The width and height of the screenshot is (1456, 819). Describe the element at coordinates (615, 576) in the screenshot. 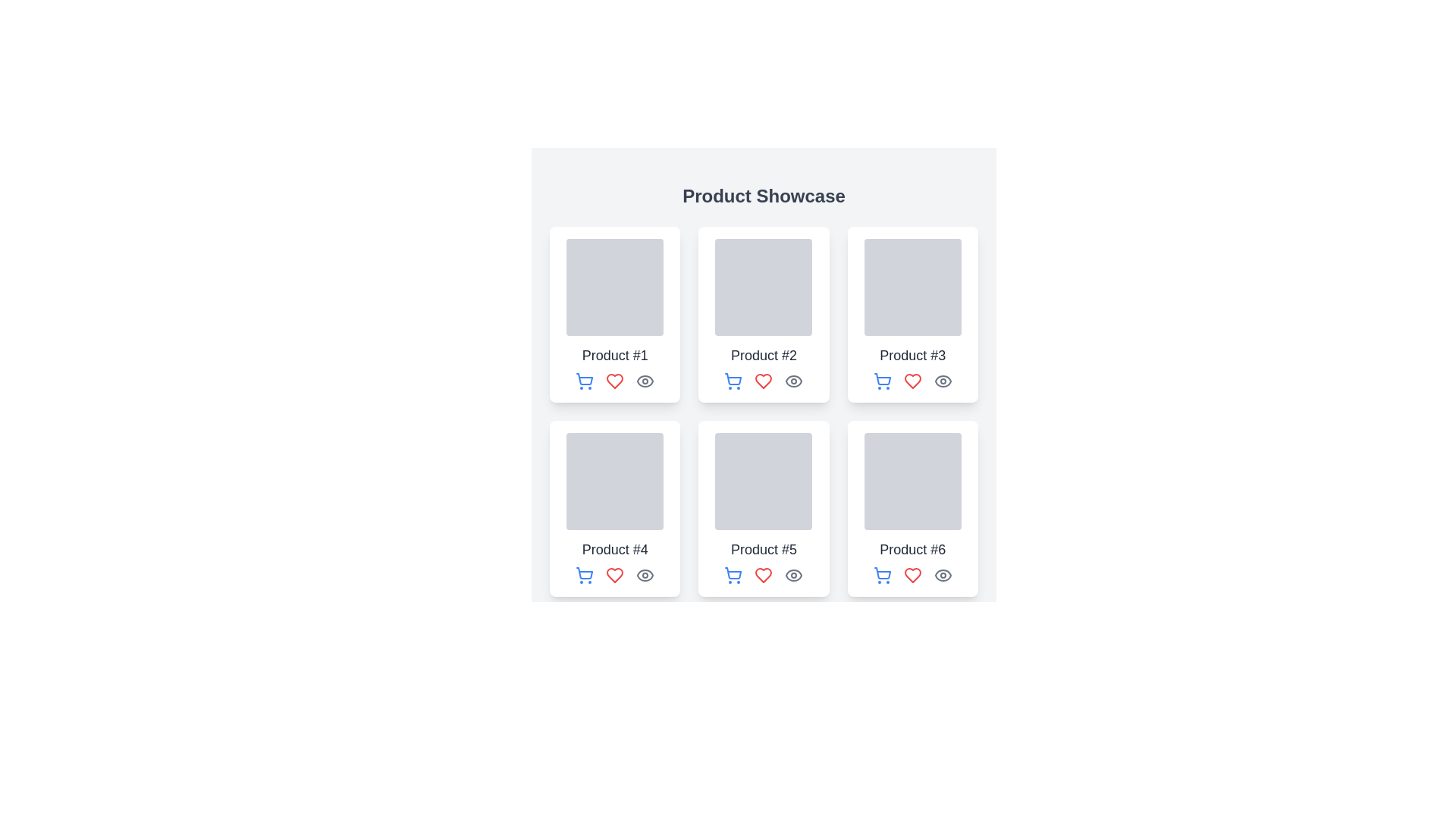

I see `the heart-shaped icon representing 'favorite' functionality located in the Product #4 card to trigger a tooltip or animation` at that location.